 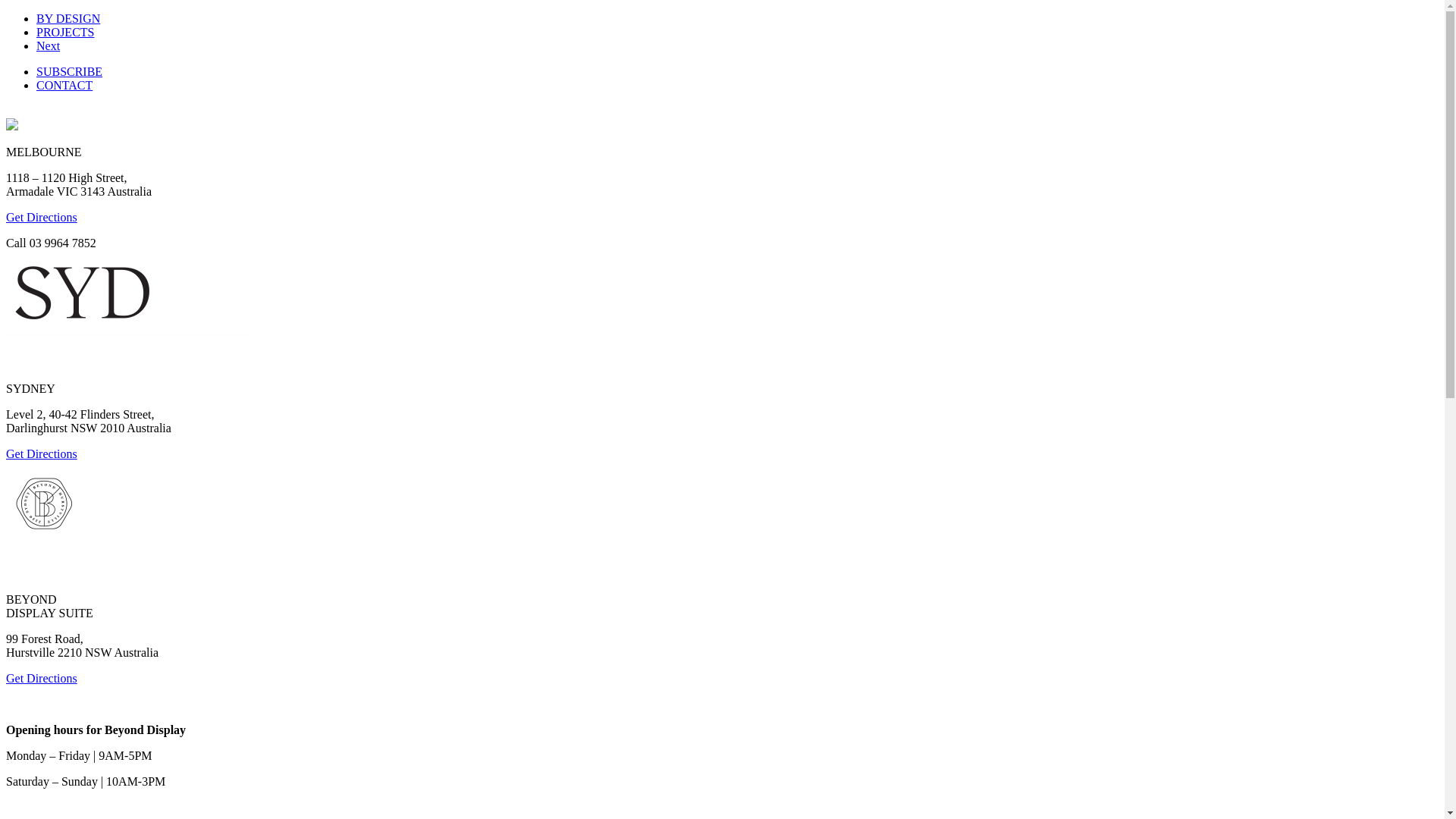 What do you see at coordinates (48, 45) in the screenshot?
I see `'Next'` at bounding box center [48, 45].